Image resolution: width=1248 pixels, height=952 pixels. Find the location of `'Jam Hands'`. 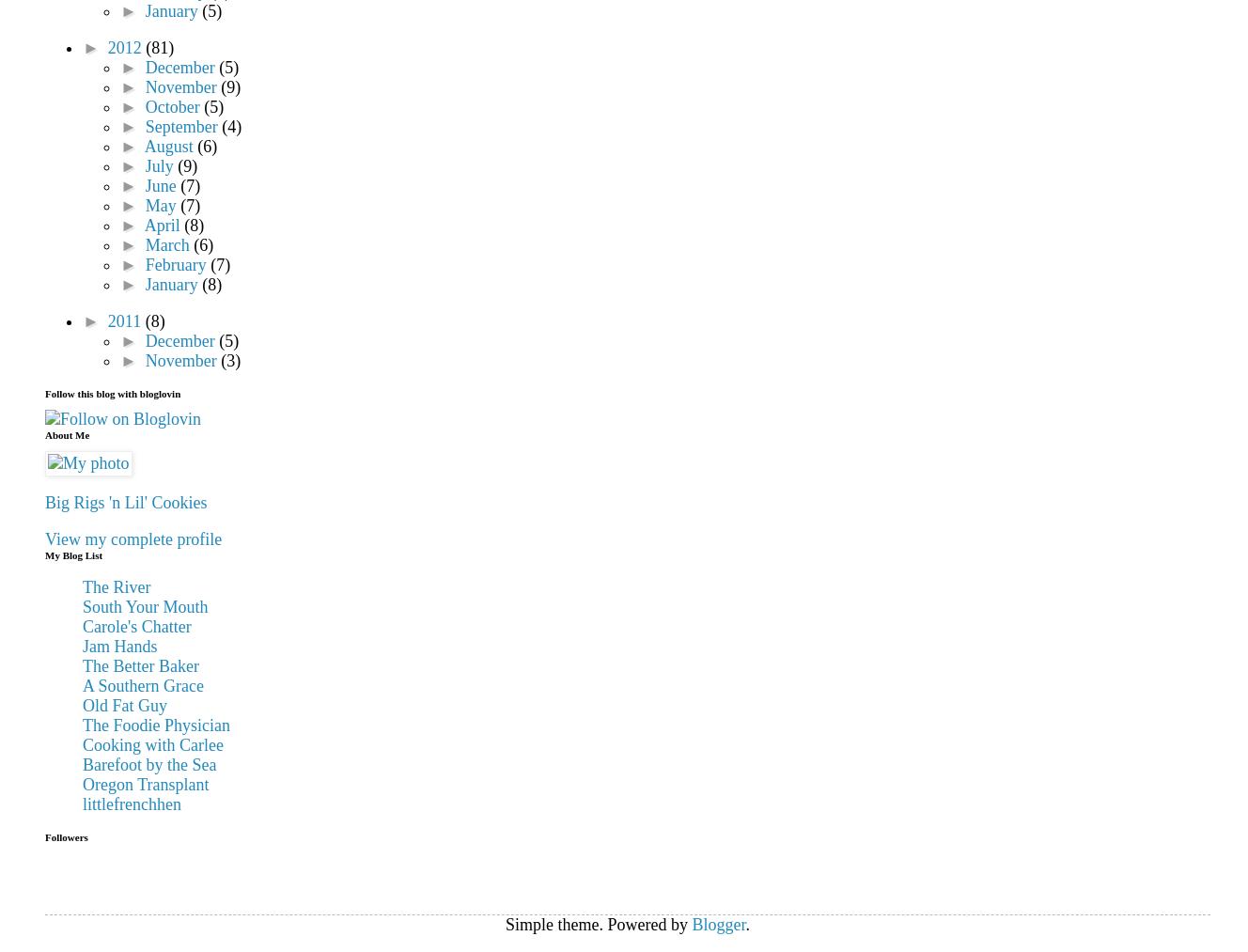

'Jam Hands' is located at coordinates (118, 646).